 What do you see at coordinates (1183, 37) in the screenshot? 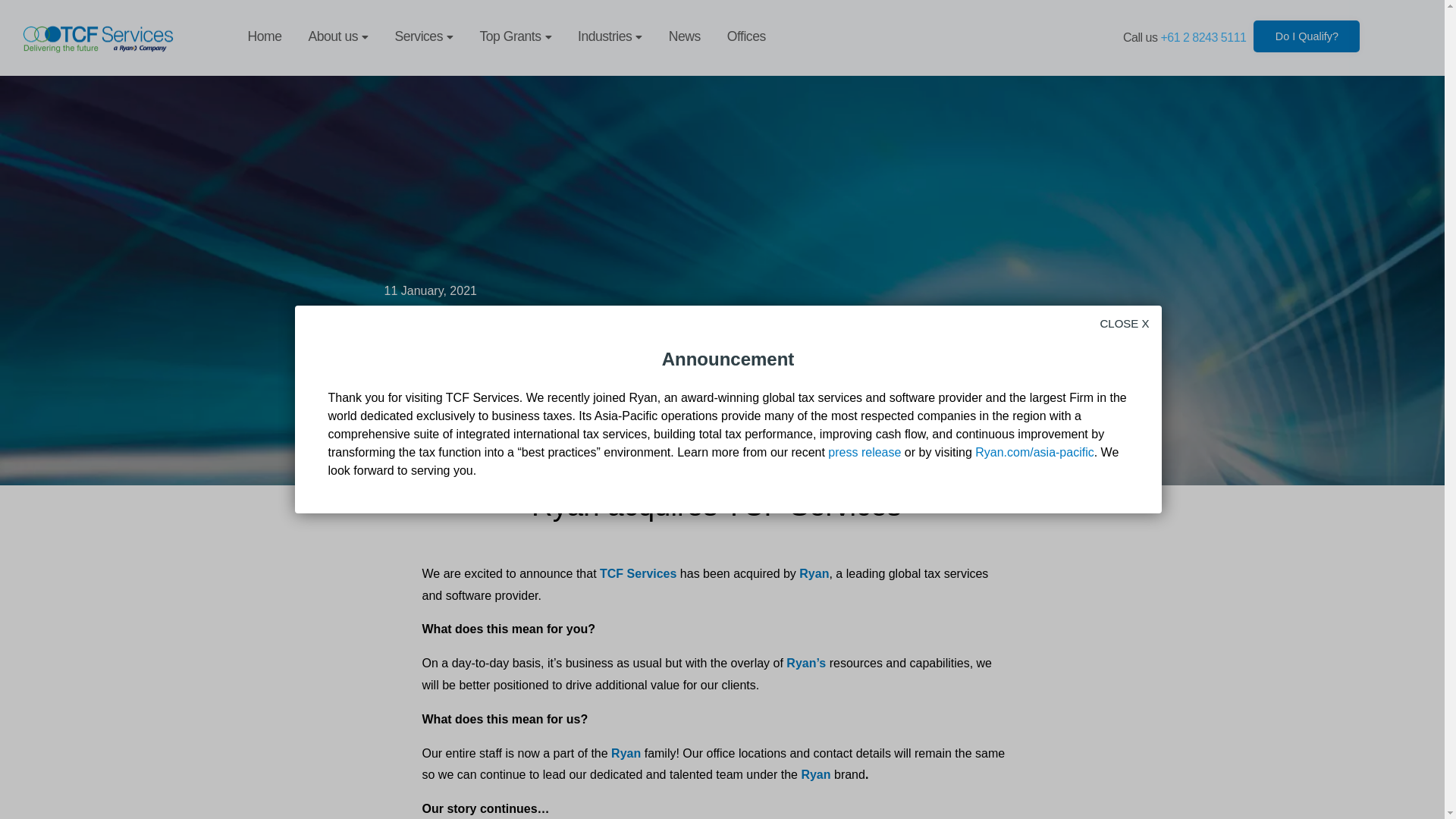
I see `'Call us +61 2 8243 5111'` at bounding box center [1183, 37].